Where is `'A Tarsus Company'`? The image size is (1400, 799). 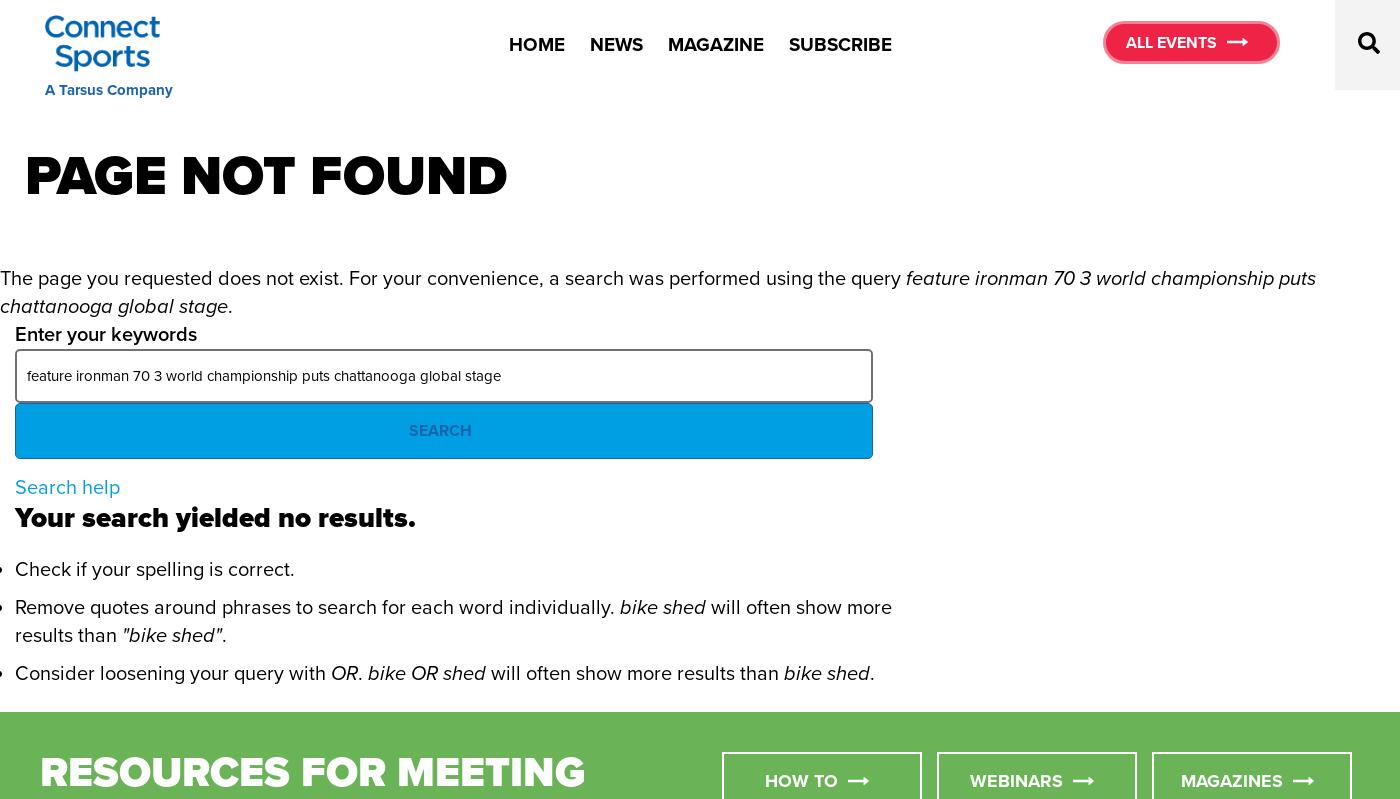
'A Tarsus Company' is located at coordinates (44, 89).